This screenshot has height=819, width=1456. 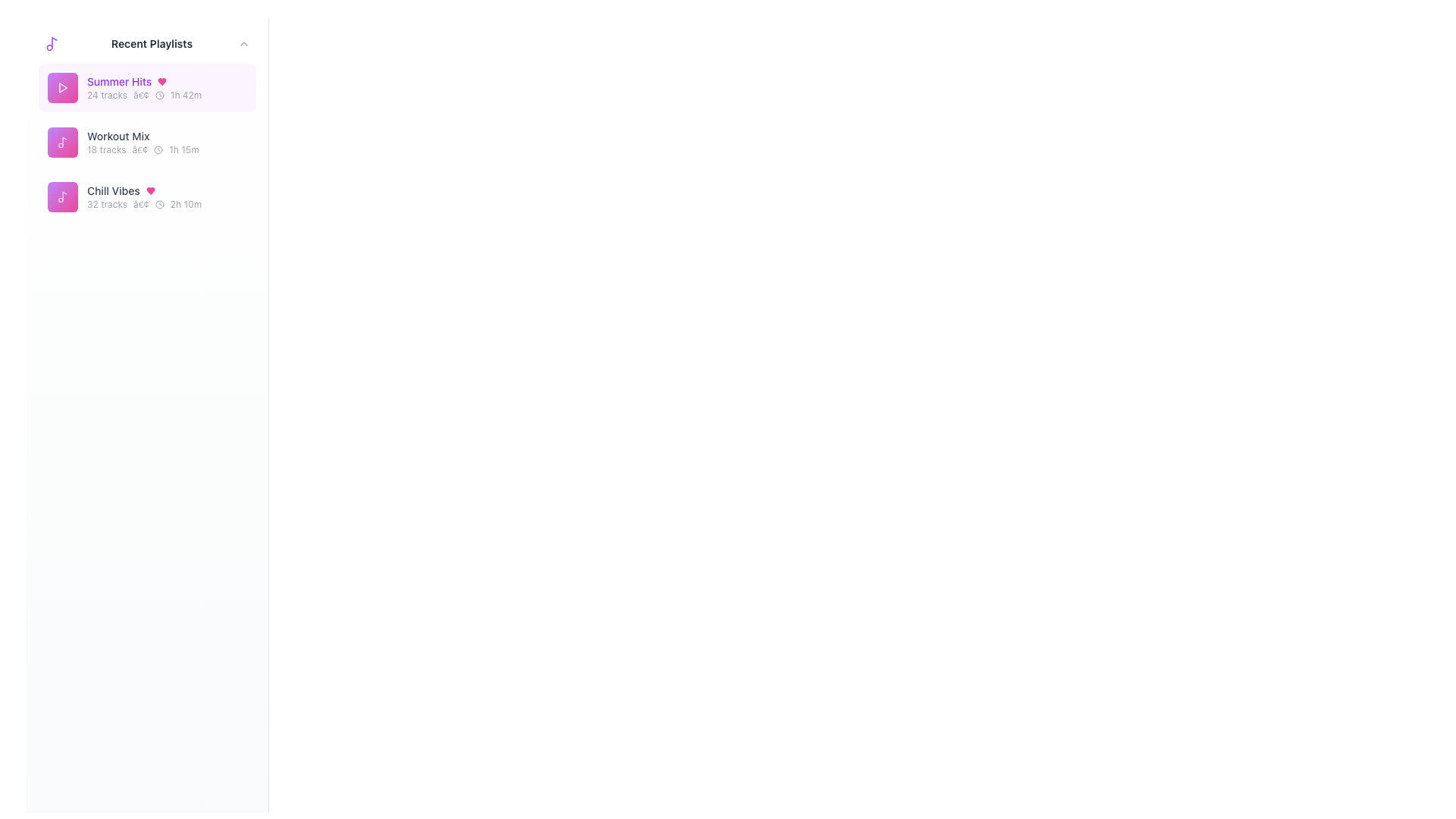 What do you see at coordinates (118, 136) in the screenshot?
I see `text from the 'Workout Mix' label, which is the second entry in the list of 'Recent Playlists', located on the left side of the interface` at bounding box center [118, 136].